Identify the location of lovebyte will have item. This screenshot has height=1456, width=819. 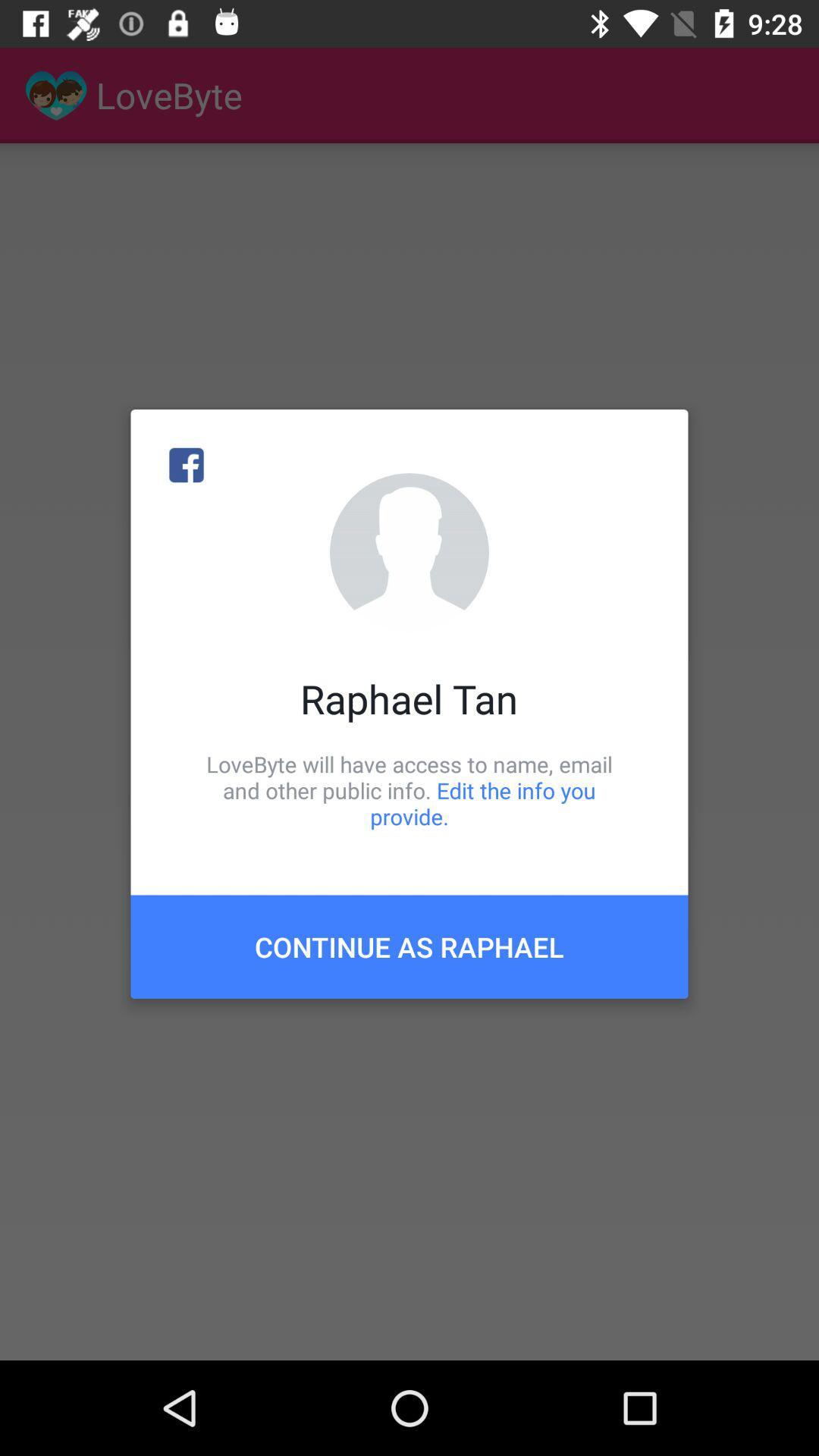
(409, 789).